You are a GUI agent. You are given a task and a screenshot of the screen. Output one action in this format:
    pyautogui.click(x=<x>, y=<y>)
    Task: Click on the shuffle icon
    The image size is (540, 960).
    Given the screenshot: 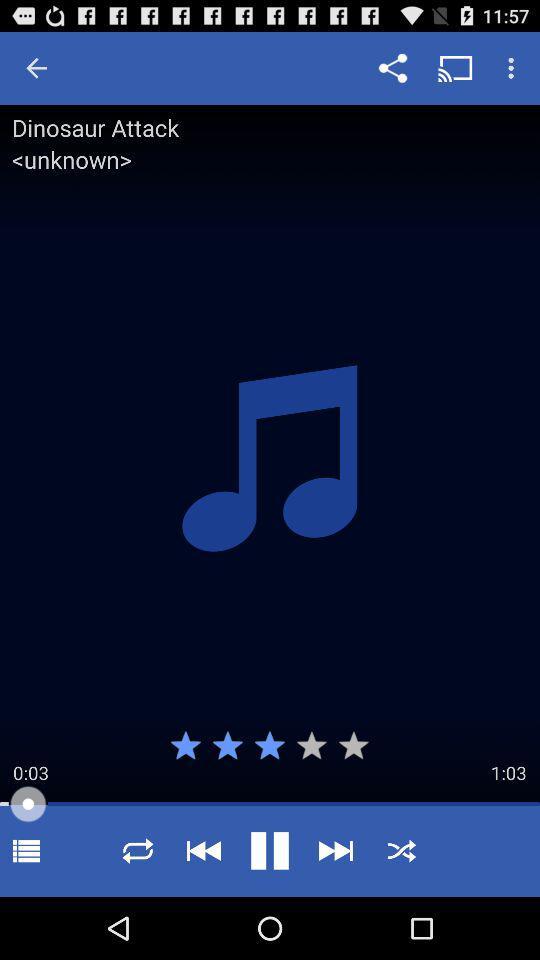 What is the action you would take?
    pyautogui.click(x=401, y=850)
    